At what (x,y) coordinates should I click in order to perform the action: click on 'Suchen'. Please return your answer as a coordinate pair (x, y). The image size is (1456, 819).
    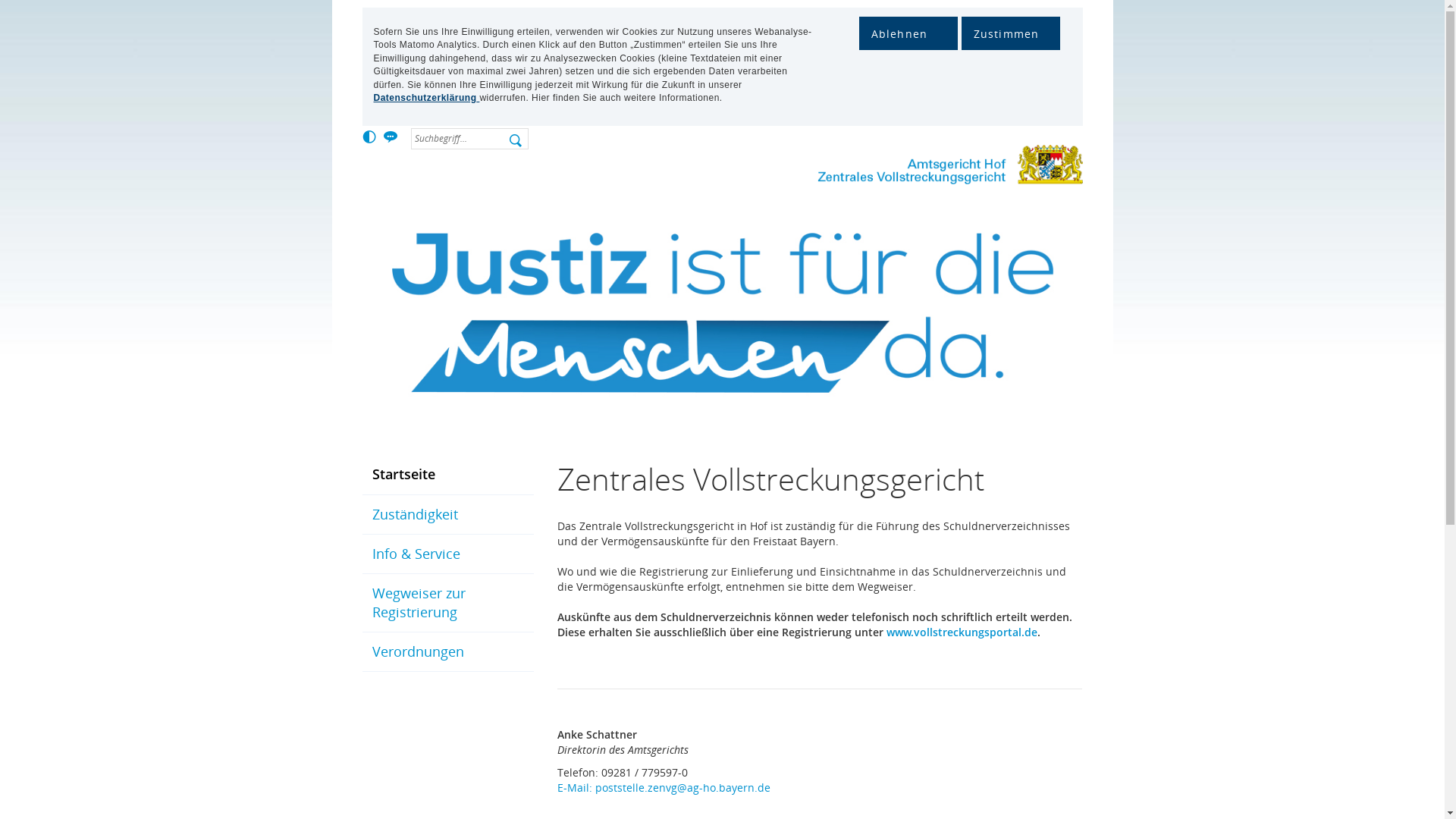
    Looking at the image, I should click on (517, 143).